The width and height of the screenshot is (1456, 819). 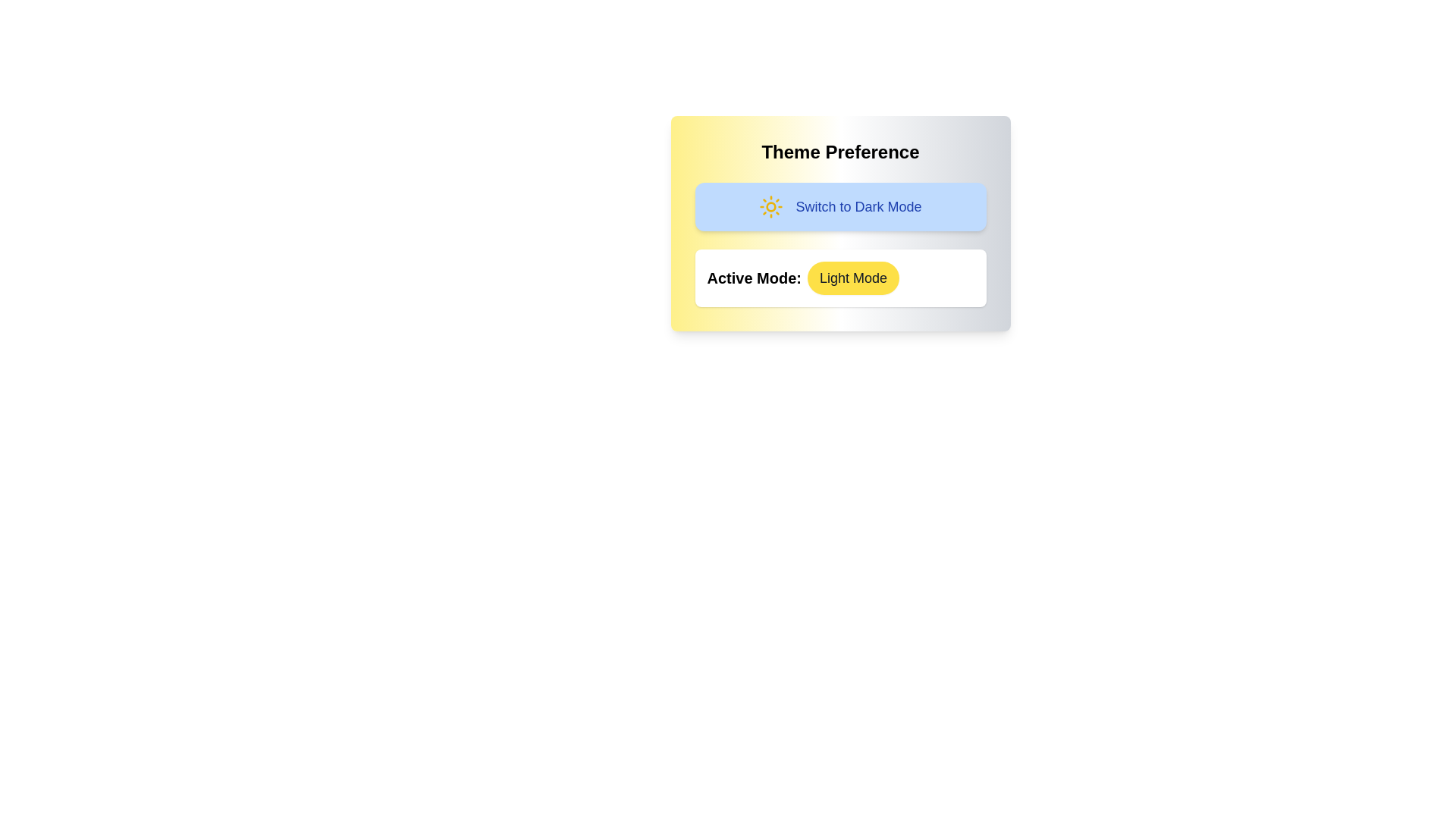 What do you see at coordinates (839, 207) in the screenshot?
I see `the button that switches the application theme to dark mode, located below 'Theme Preference' and above 'Active Mode: Light Mode'` at bounding box center [839, 207].